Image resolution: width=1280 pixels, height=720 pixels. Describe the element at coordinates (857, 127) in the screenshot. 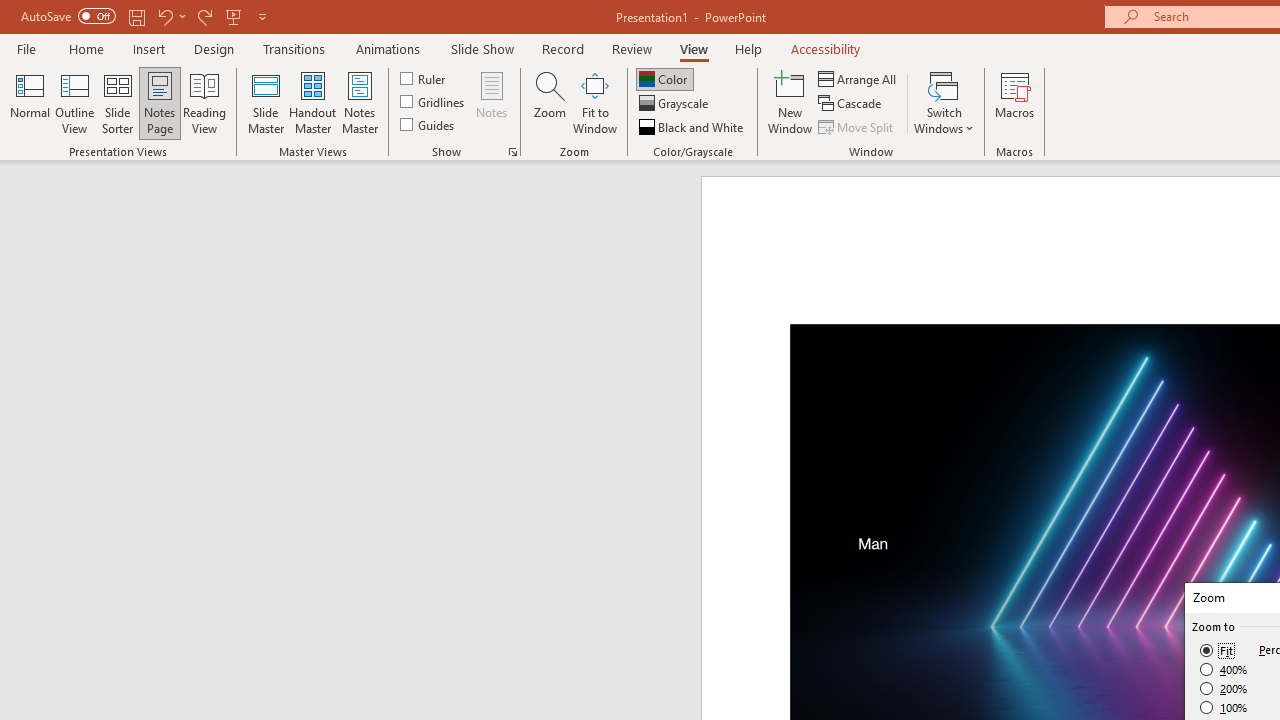

I see `'Move Split'` at that location.